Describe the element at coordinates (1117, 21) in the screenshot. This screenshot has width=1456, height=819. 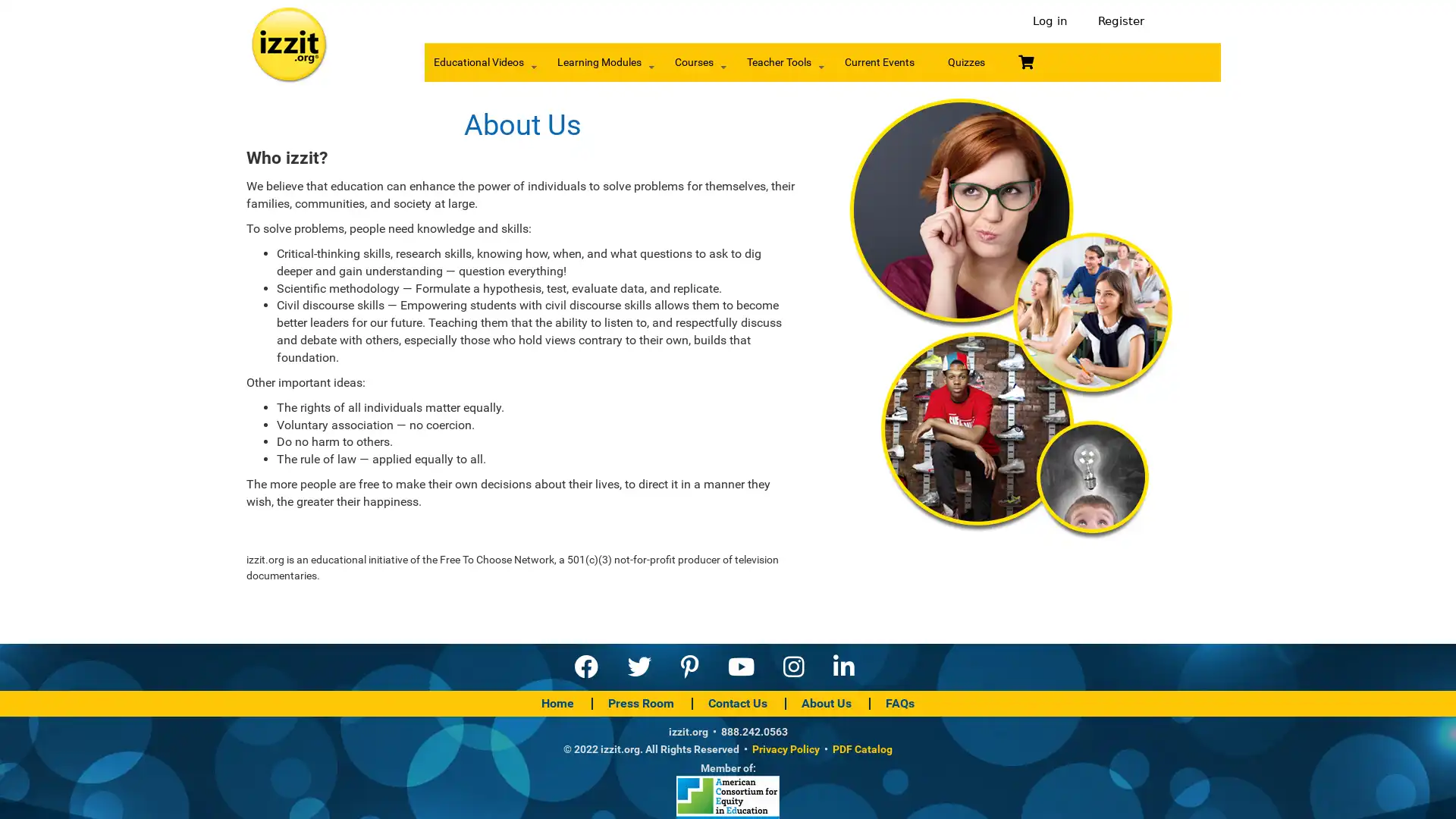
I see `Register` at that location.